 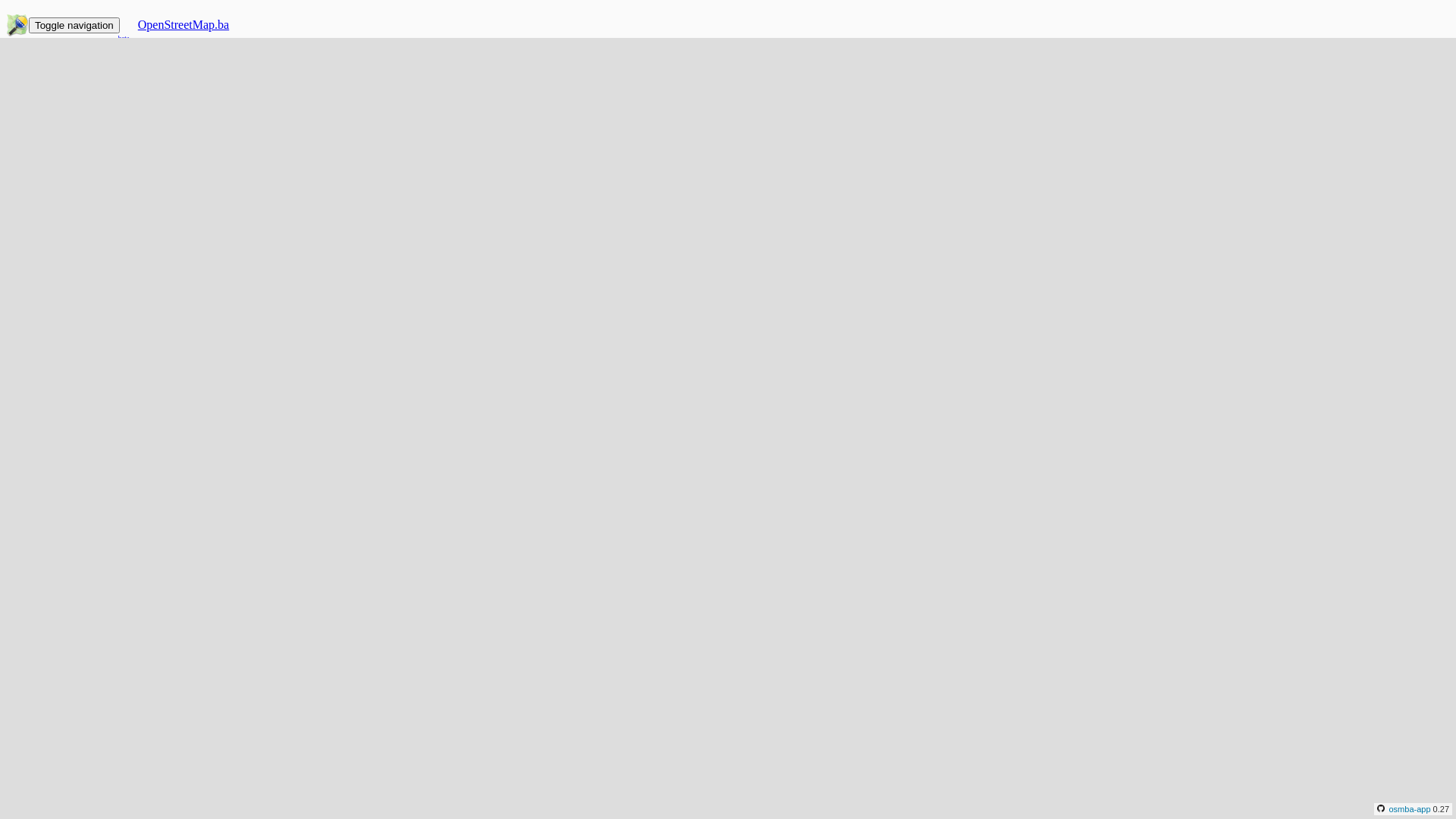 I want to click on 'Arhiva talk-ba', so click(x=71, y=89).